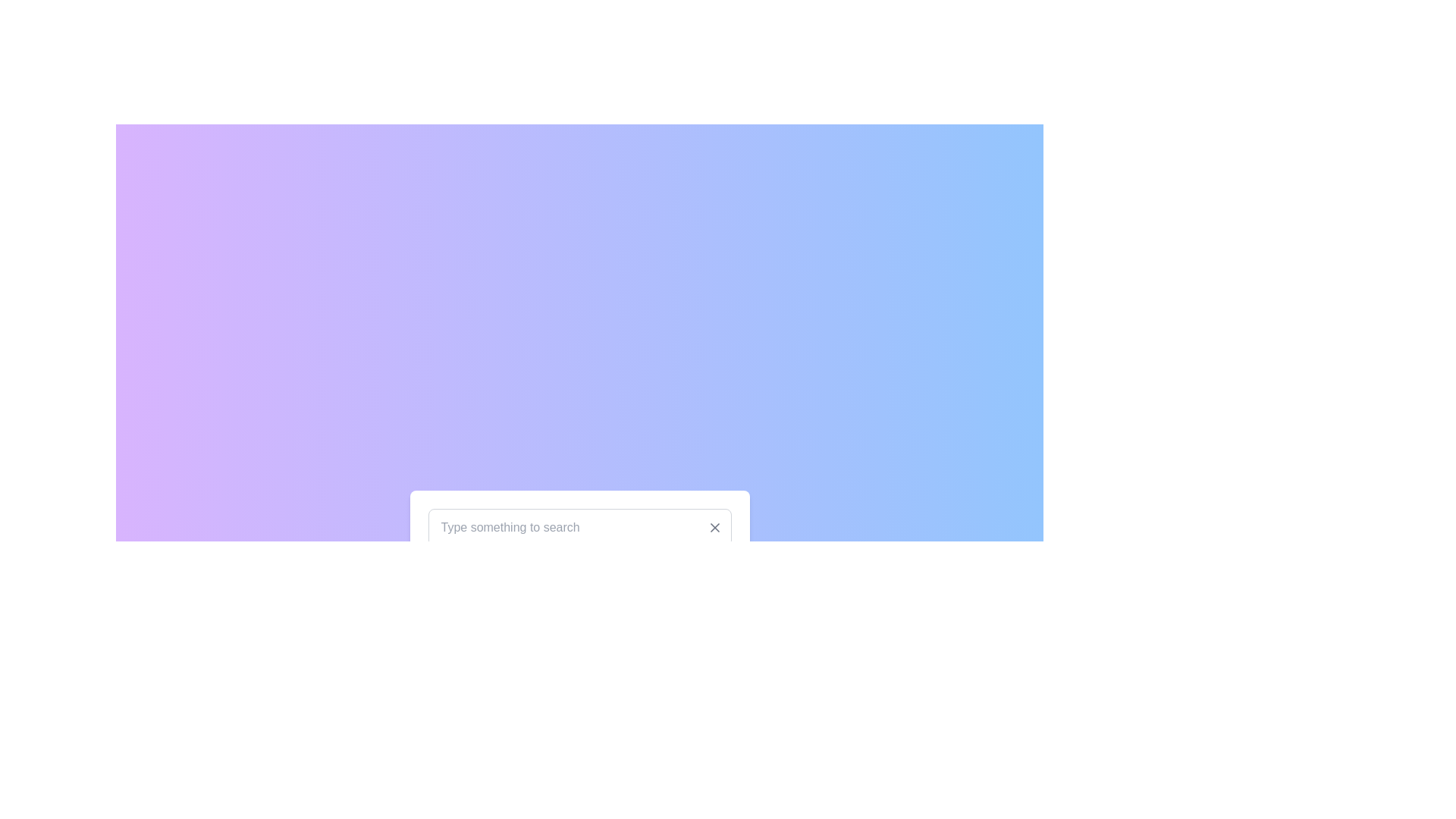  Describe the element at coordinates (714, 526) in the screenshot. I see `the small diagonal cross ('X') icon, which is located in the top-right corner of the search input field that has placeholder text 'Type something to search.'` at that location.